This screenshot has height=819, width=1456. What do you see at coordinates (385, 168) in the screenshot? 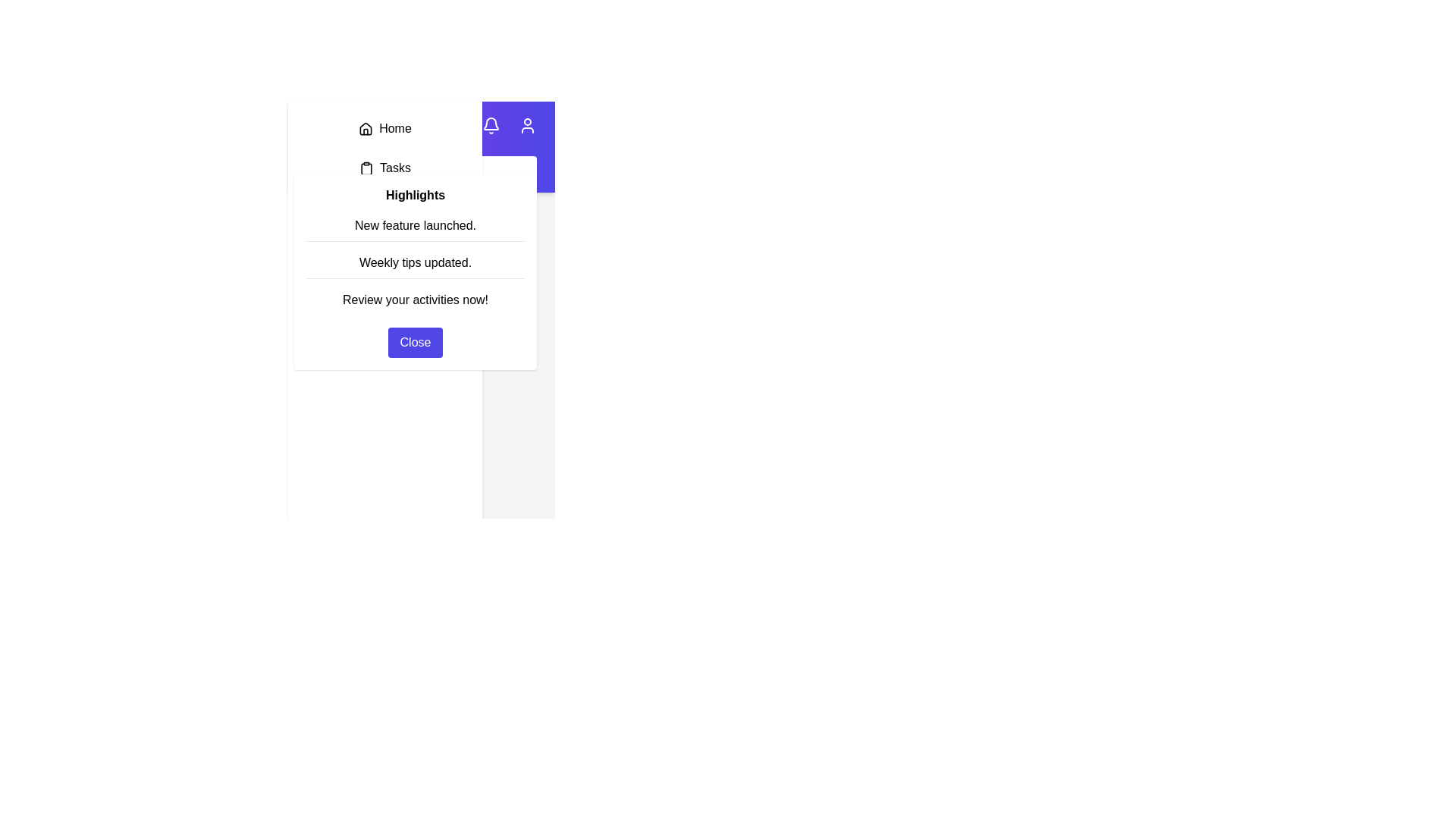
I see `the 'Tasks' menu item, which is the second item in the vertical menu list` at bounding box center [385, 168].